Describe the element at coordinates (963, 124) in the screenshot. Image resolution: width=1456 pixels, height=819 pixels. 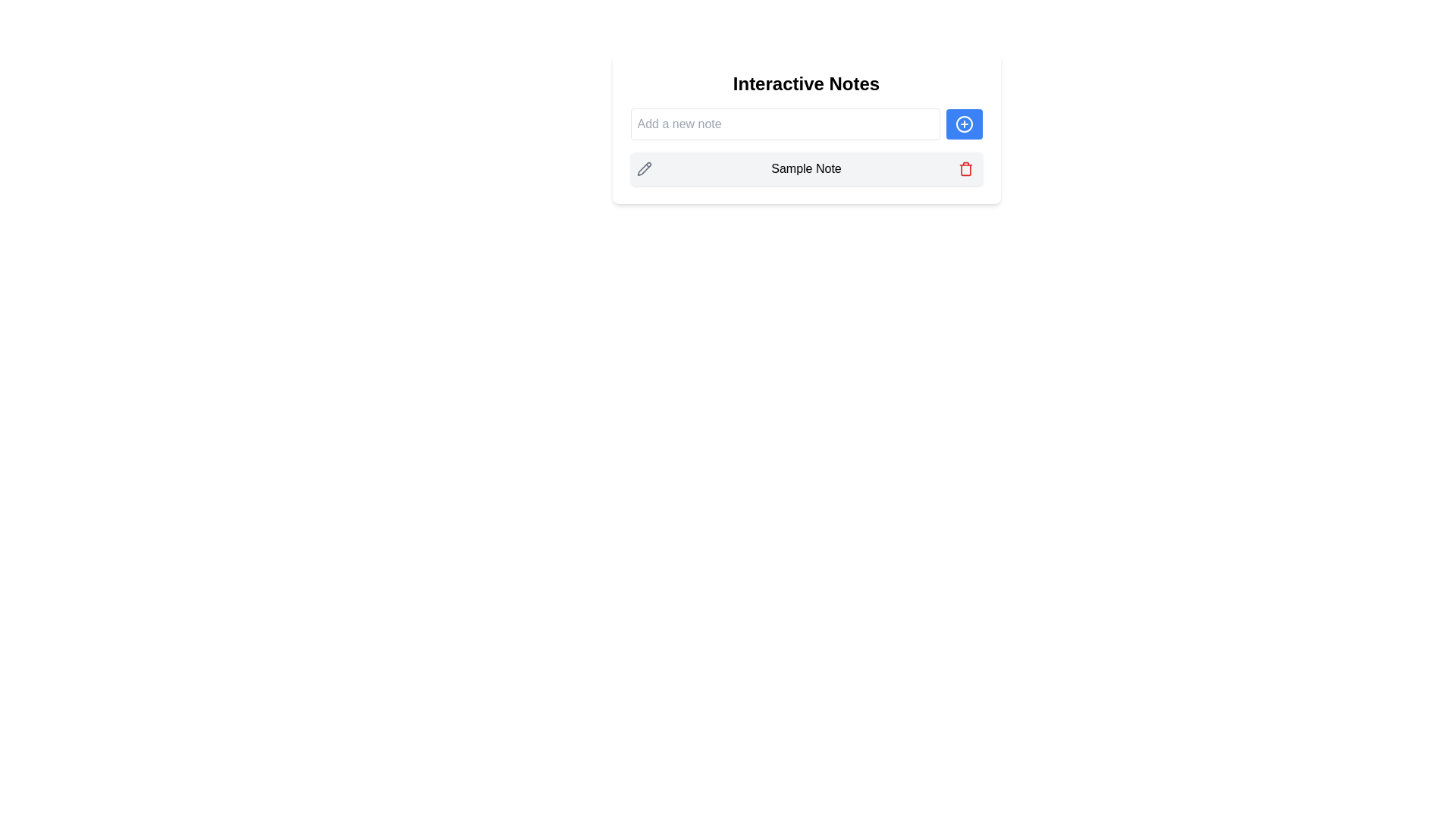
I see `the rounded blue button with a white plus sign icon, located at the right end of the input field group` at that location.